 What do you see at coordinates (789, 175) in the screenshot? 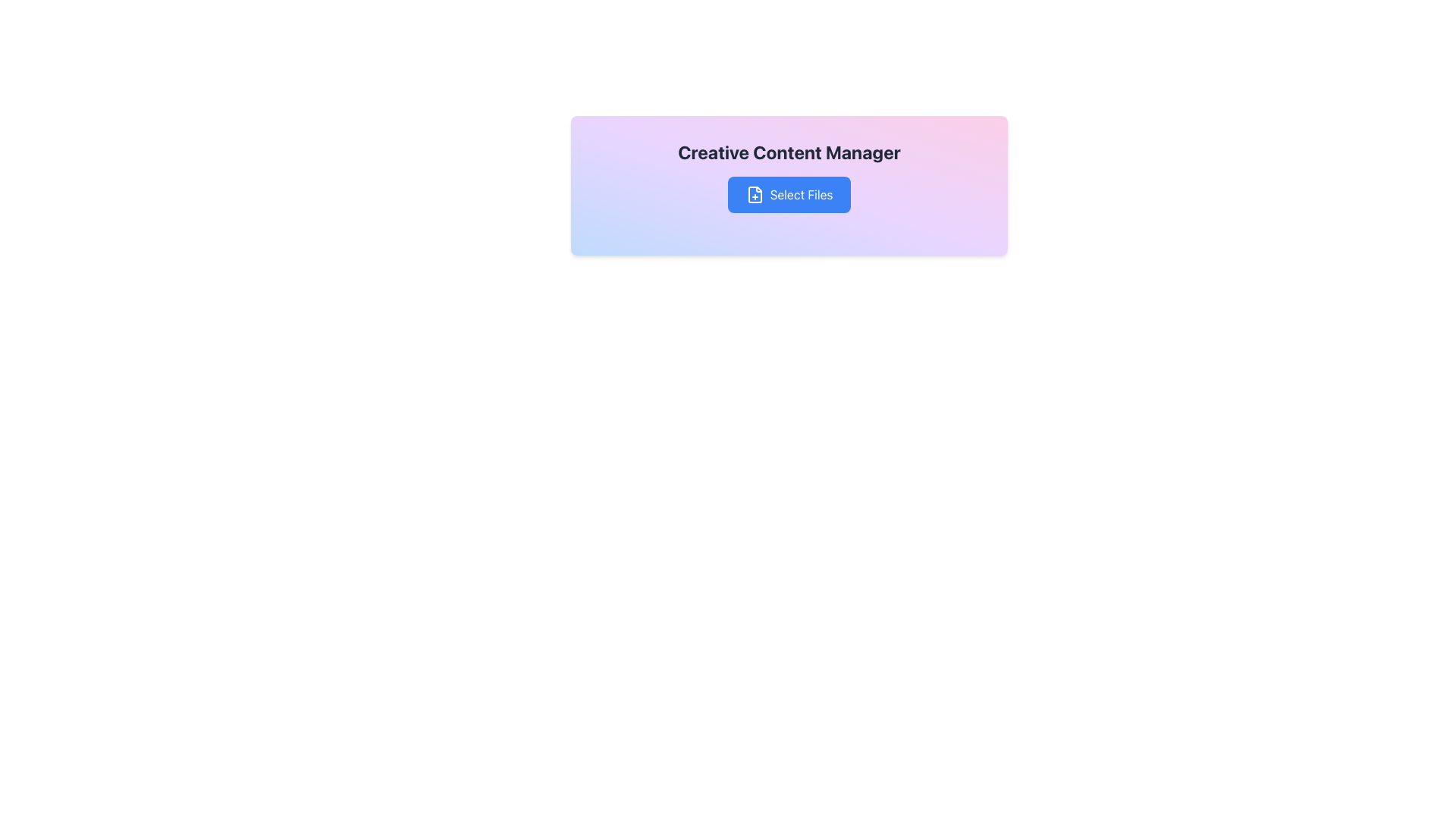
I see `the button in the 'Creative Content Manager' section` at bounding box center [789, 175].